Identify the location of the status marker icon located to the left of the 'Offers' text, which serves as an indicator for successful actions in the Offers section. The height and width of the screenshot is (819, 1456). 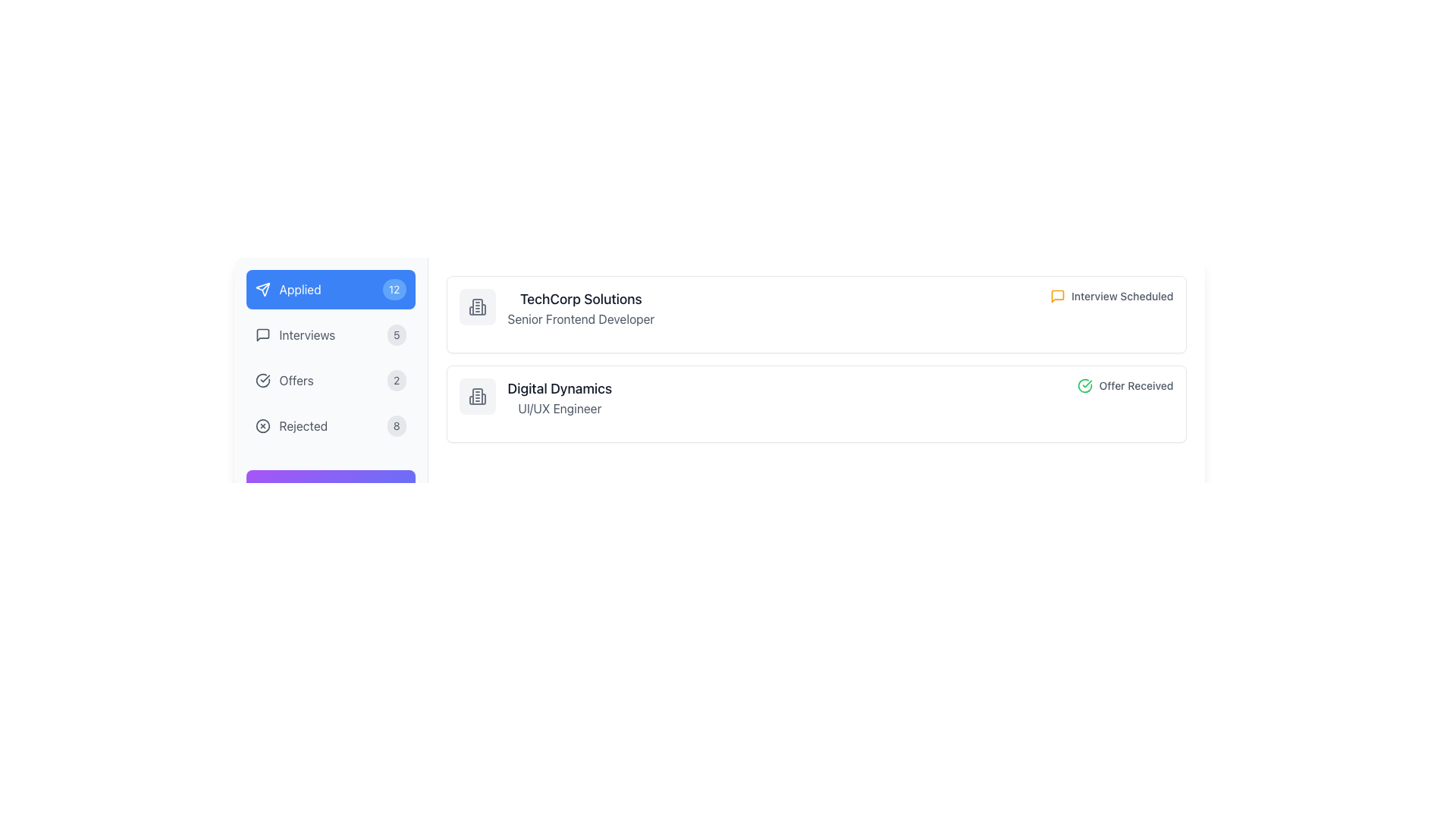
(262, 379).